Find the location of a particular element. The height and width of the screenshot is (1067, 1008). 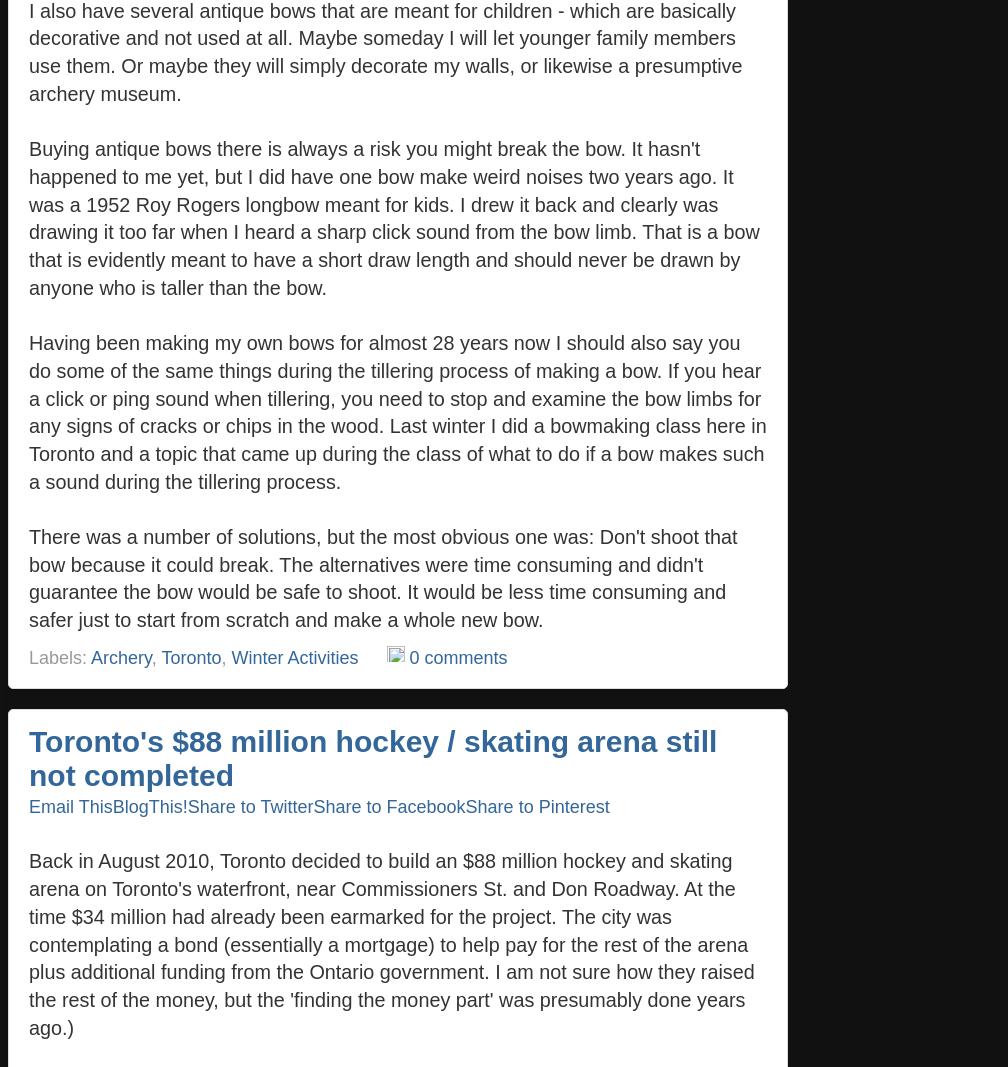

'Having been making my own bows for almost 28 years now I should also say you do some of the same things during the tillering process of making a bow. If you hear a click or ping sound when tillering, you need to stop and examine the bow limbs for any signs of cracks or chips in the wood. Last winter I did a bowmaking class here in Toronto and a topic that came up during the class of what to do if a bow makes such a sound during the tillering process.' is located at coordinates (397, 410).